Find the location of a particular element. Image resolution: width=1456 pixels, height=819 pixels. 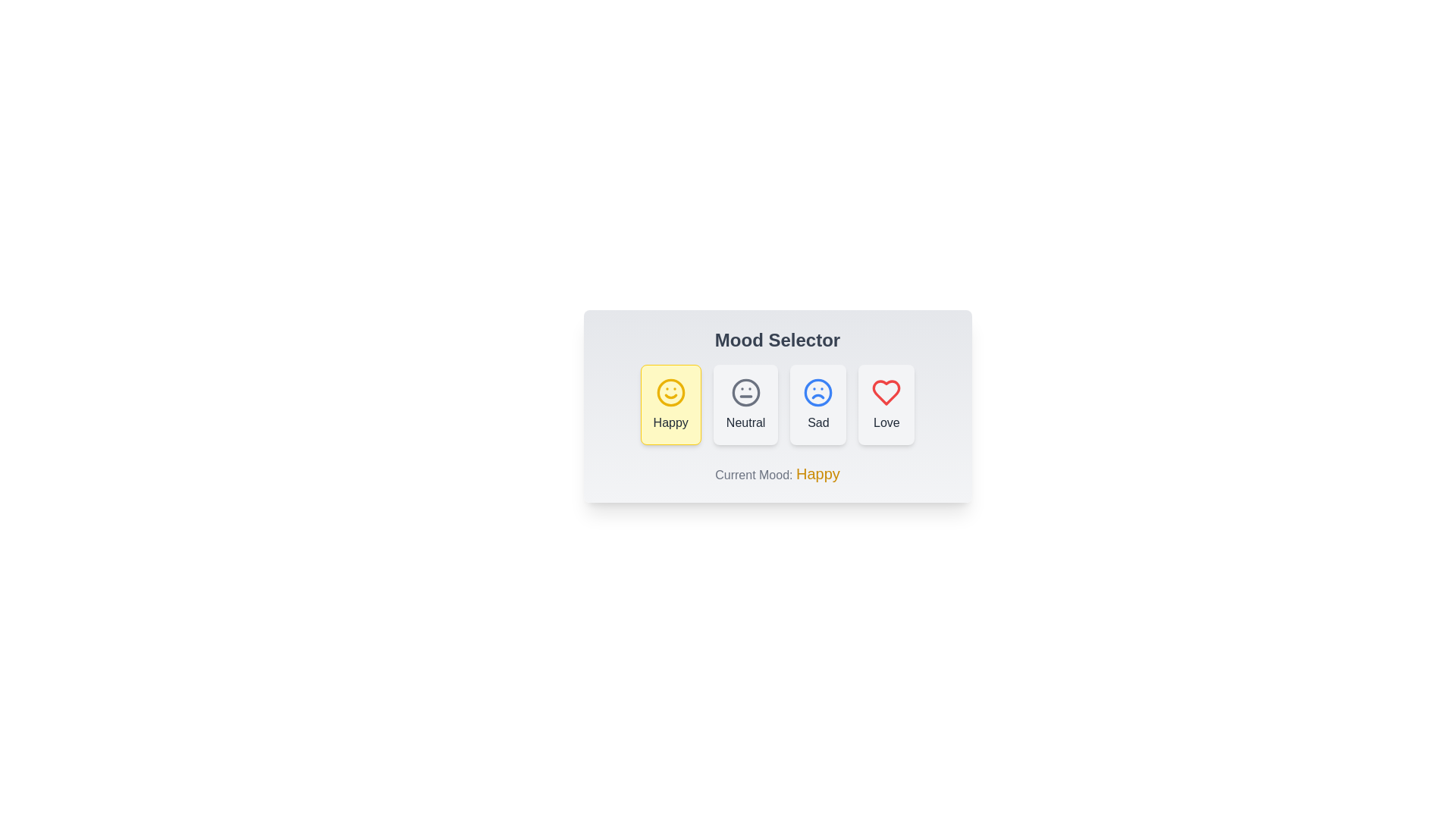

the mood button labeled Sad is located at coordinates (817, 403).